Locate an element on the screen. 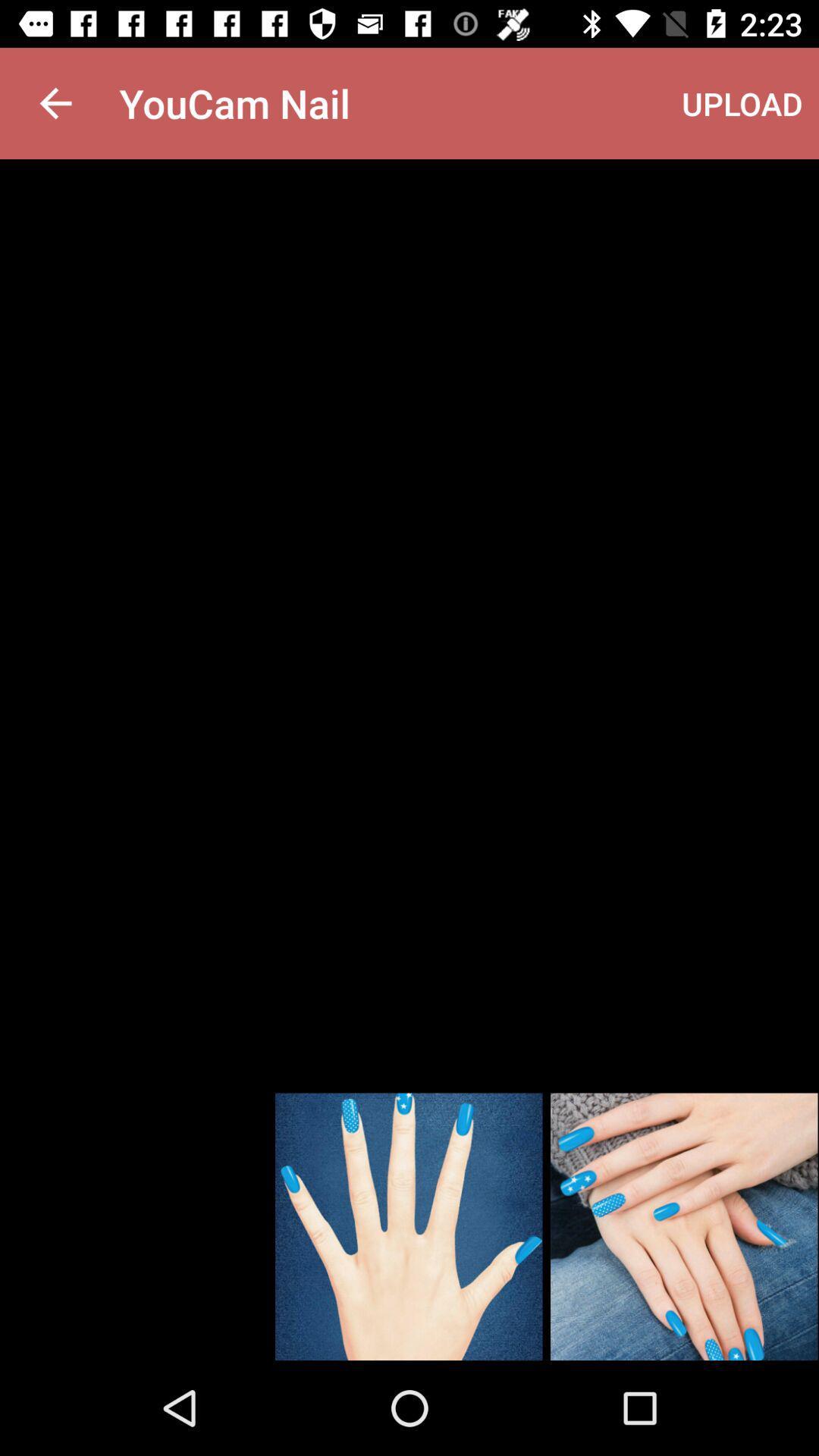 The height and width of the screenshot is (1456, 819). the item to the left of the youcam nail item is located at coordinates (55, 102).